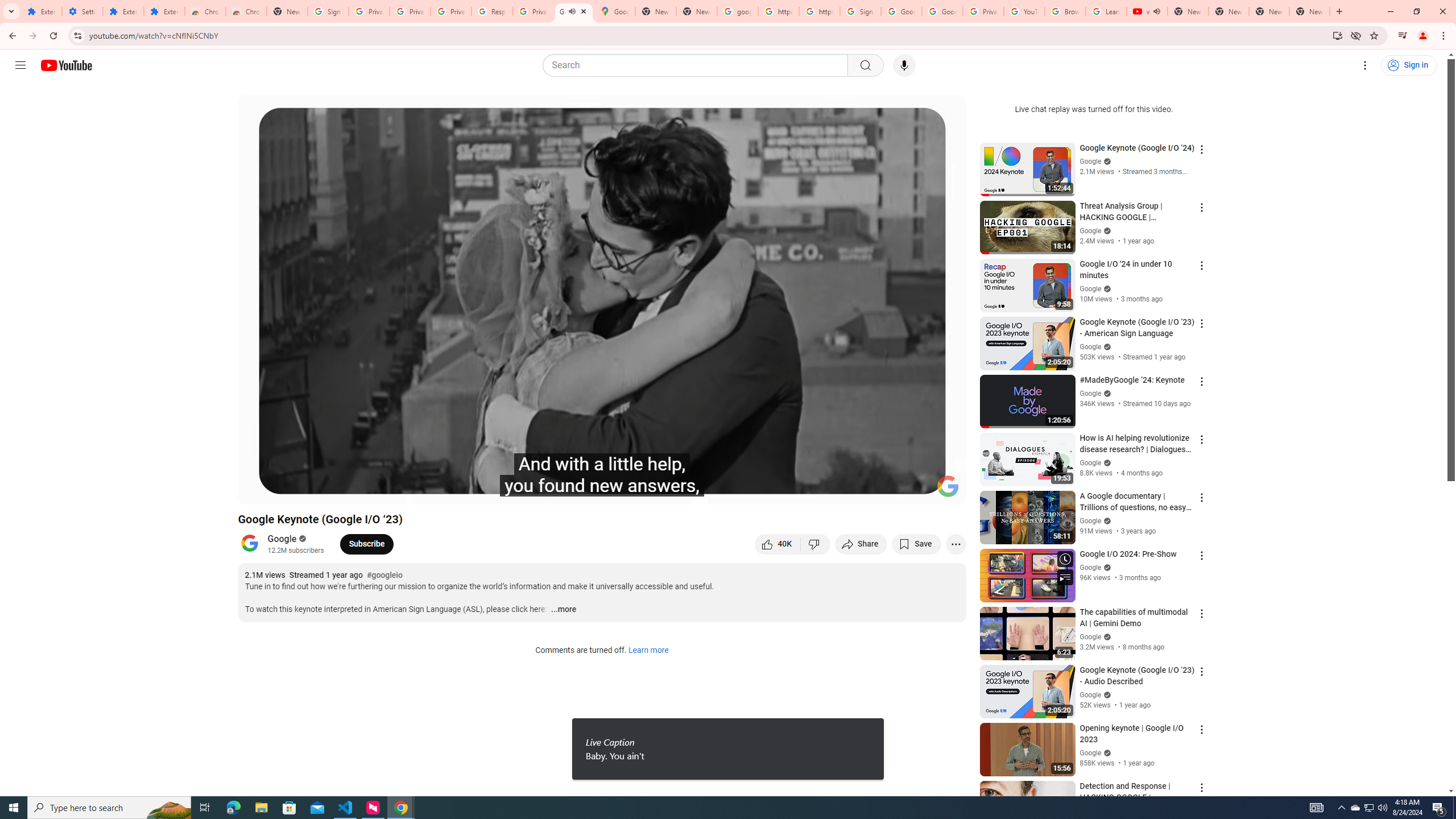  Describe the element at coordinates (257, 490) in the screenshot. I see `'Play (k)'` at that location.